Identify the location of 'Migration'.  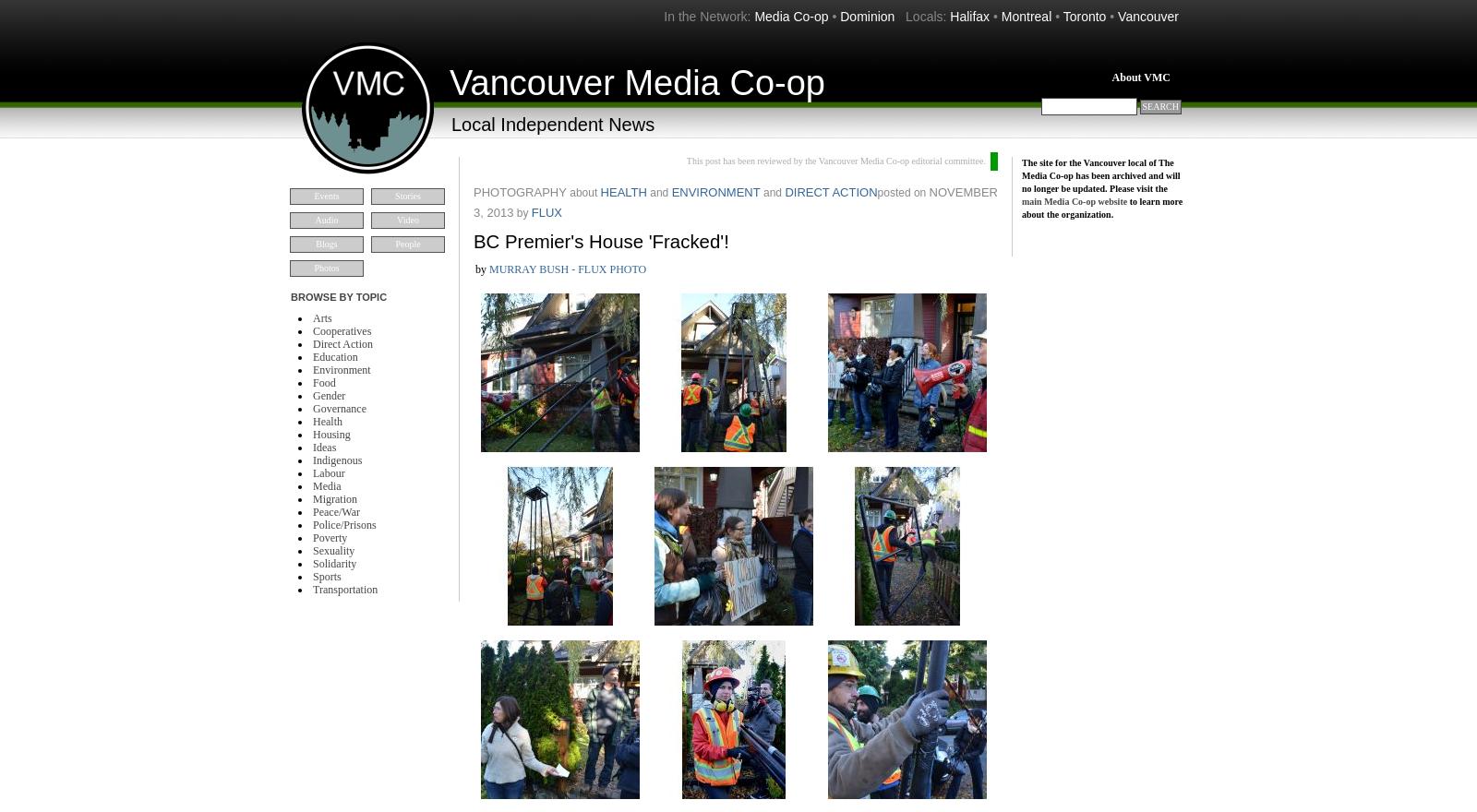
(335, 498).